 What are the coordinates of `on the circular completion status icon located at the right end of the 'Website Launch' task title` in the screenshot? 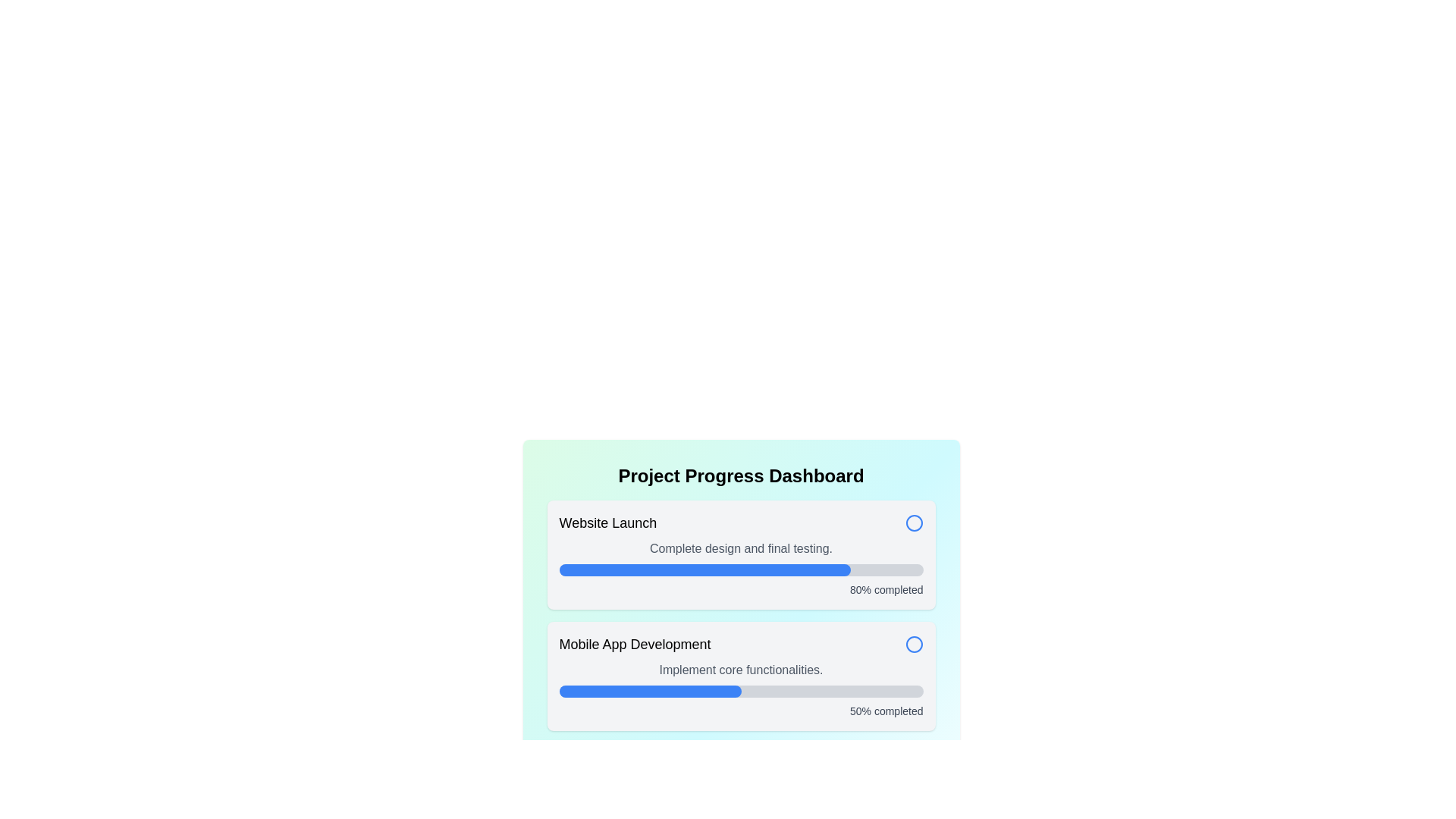 It's located at (913, 522).